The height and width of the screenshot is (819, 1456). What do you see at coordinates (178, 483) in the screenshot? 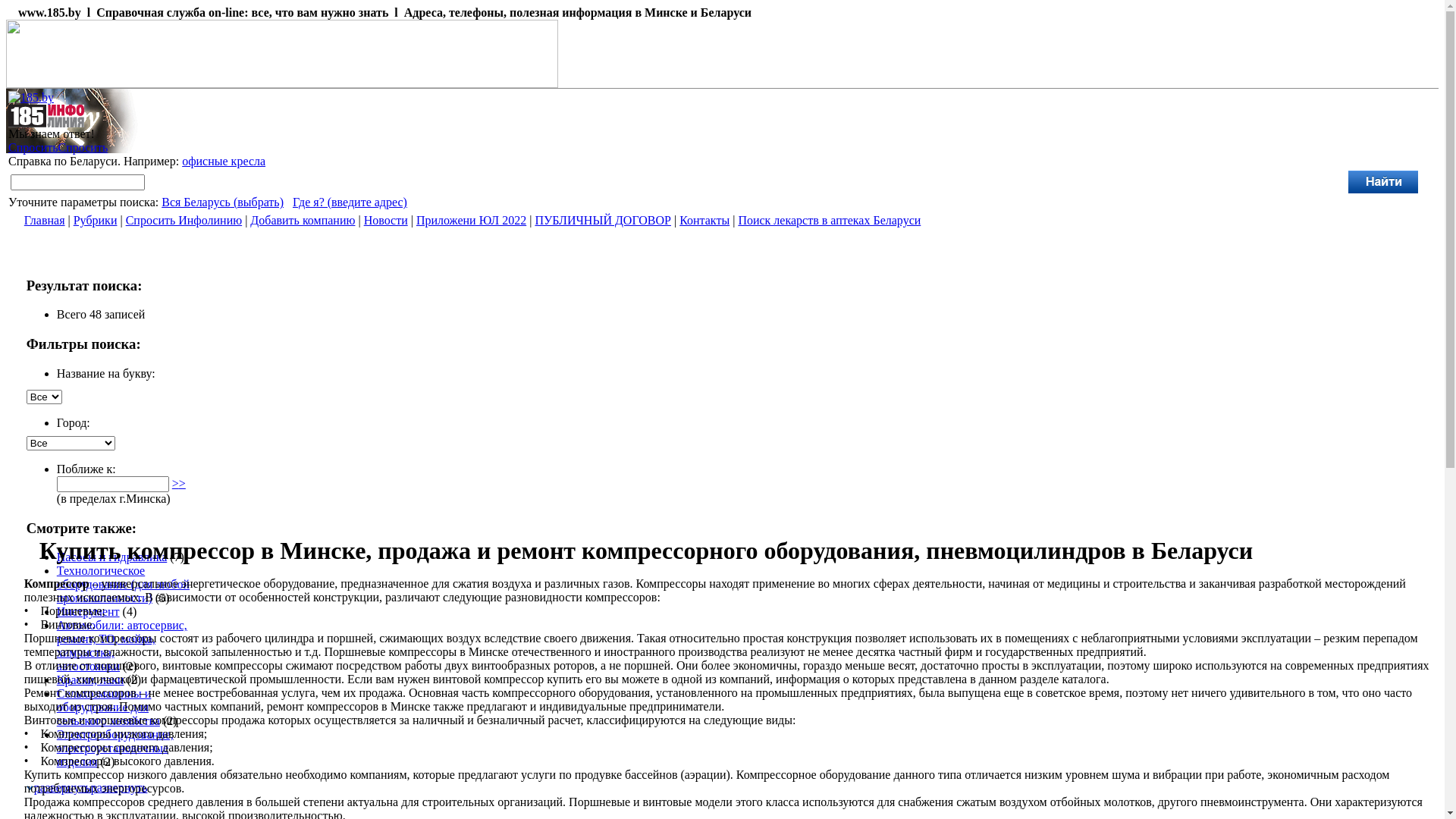
I see `'>>'` at bounding box center [178, 483].